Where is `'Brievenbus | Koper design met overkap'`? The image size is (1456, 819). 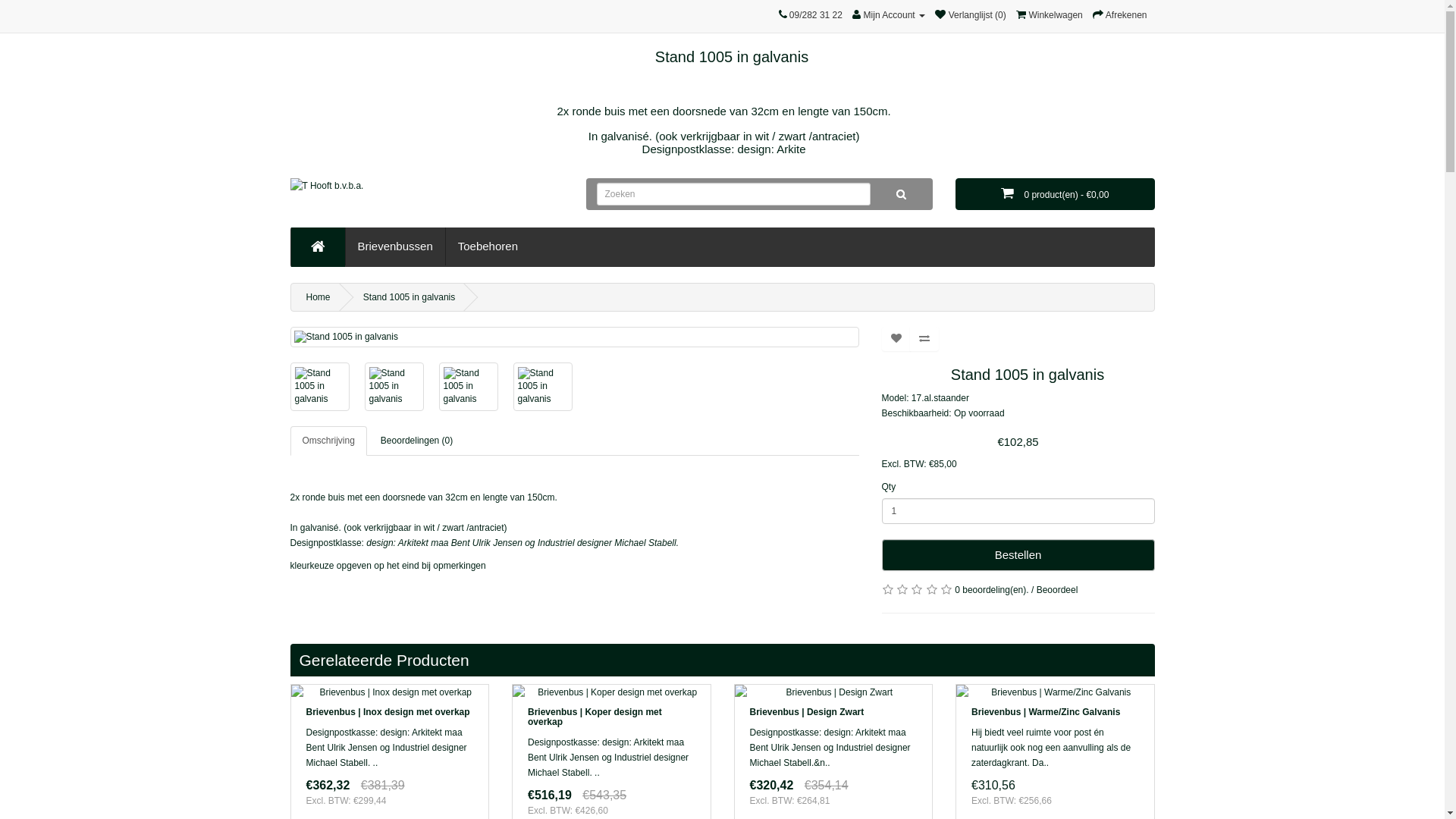 'Brievenbus | Koper design met overkap' is located at coordinates (611, 692).